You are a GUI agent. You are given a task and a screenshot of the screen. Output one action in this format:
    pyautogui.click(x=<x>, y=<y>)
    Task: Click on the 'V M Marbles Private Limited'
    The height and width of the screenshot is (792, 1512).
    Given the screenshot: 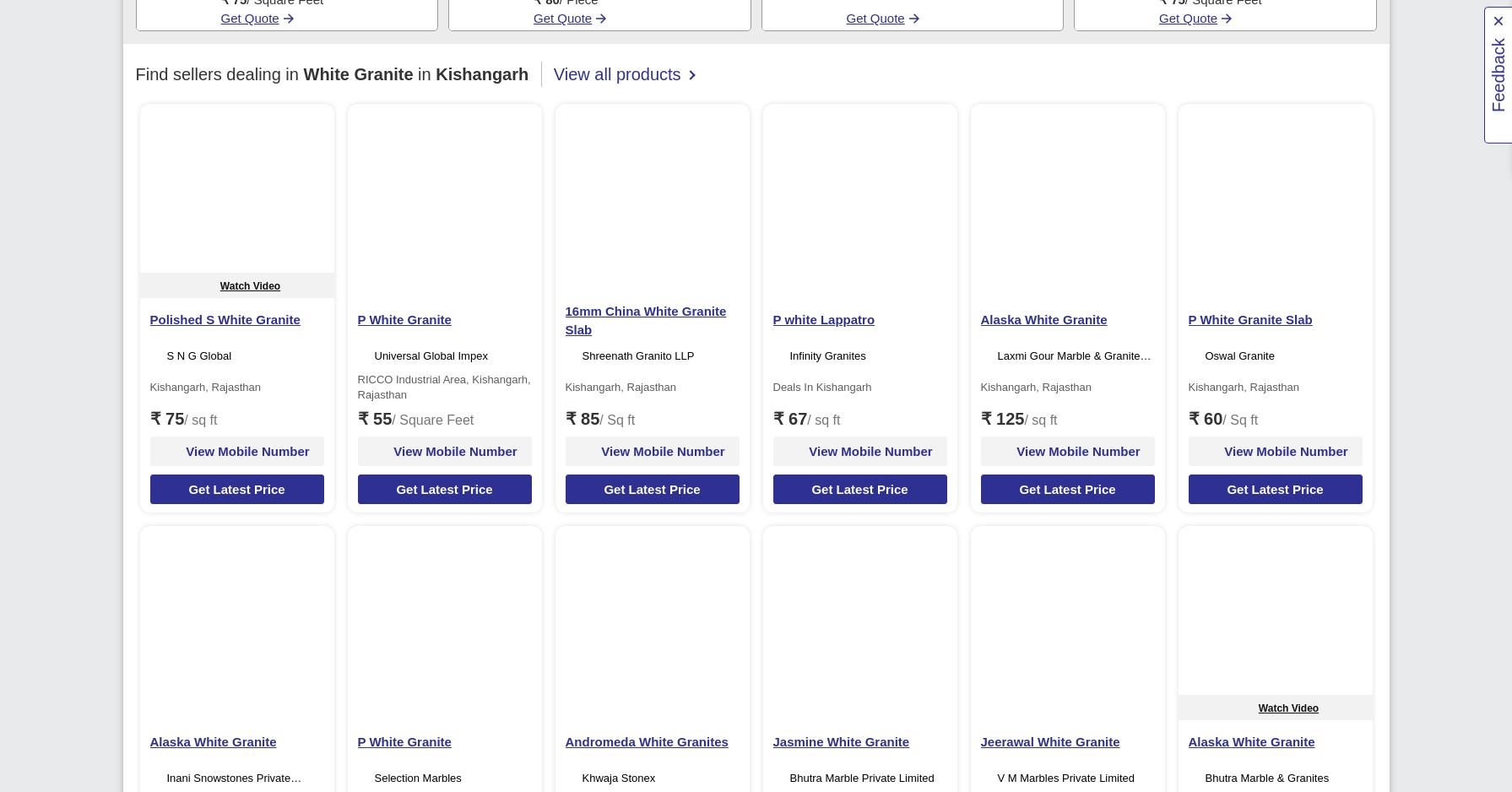 What is the action you would take?
    pyautogui.click(x=1065, y=777)
    